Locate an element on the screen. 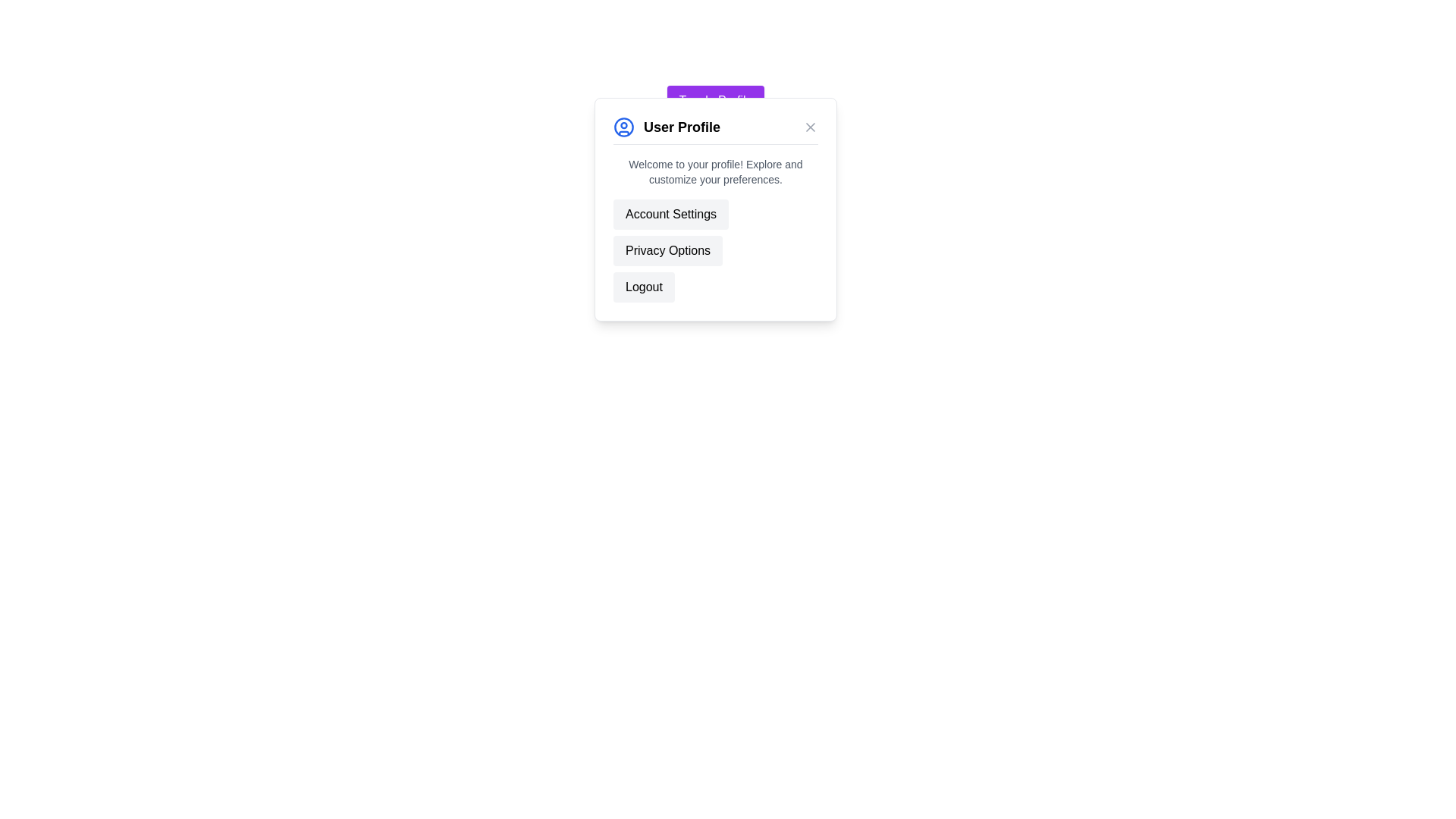 The width and height of the screenshot is (1456, 819). the second button in the vertical list under 'User Profile' is located at coordinates (667, 250).